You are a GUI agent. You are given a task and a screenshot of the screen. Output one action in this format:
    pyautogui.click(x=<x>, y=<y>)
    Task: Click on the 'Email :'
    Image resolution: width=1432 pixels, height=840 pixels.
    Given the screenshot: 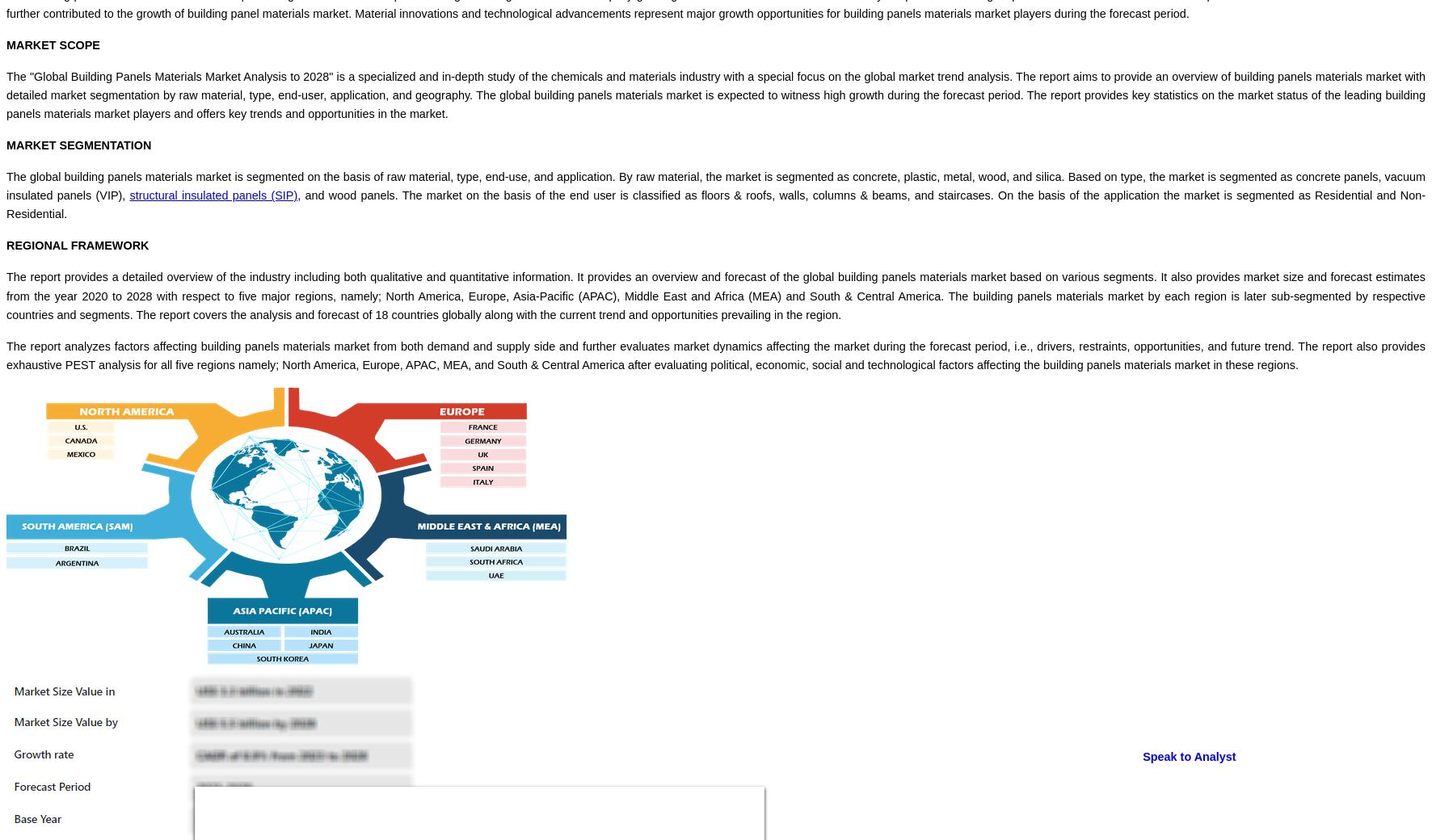 What is the action you would take?
    pyautogui.click(x=69, y=813)
    